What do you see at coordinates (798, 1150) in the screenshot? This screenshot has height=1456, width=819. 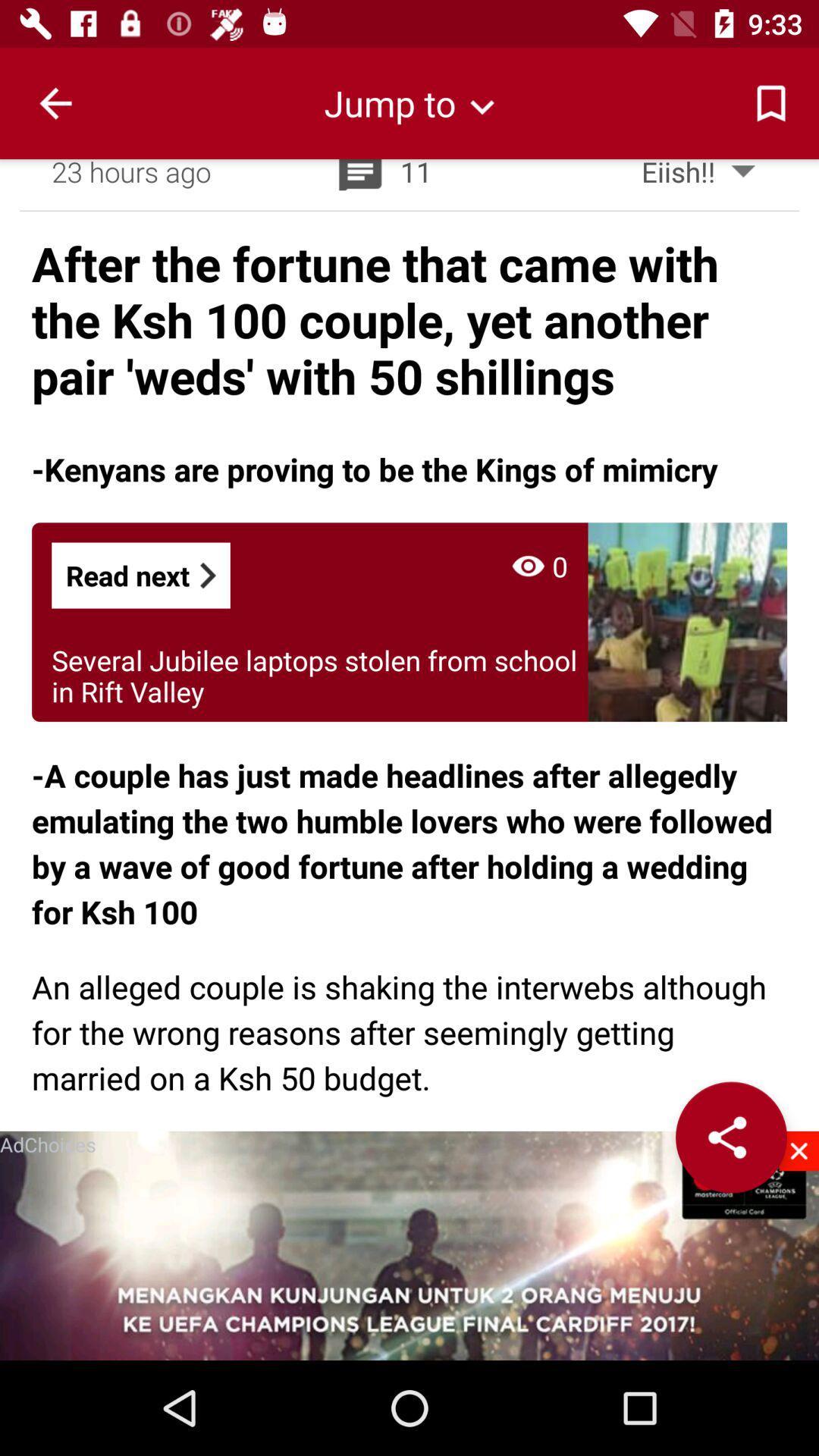 I see `the advertisement` at bounding box center [798, 1150].